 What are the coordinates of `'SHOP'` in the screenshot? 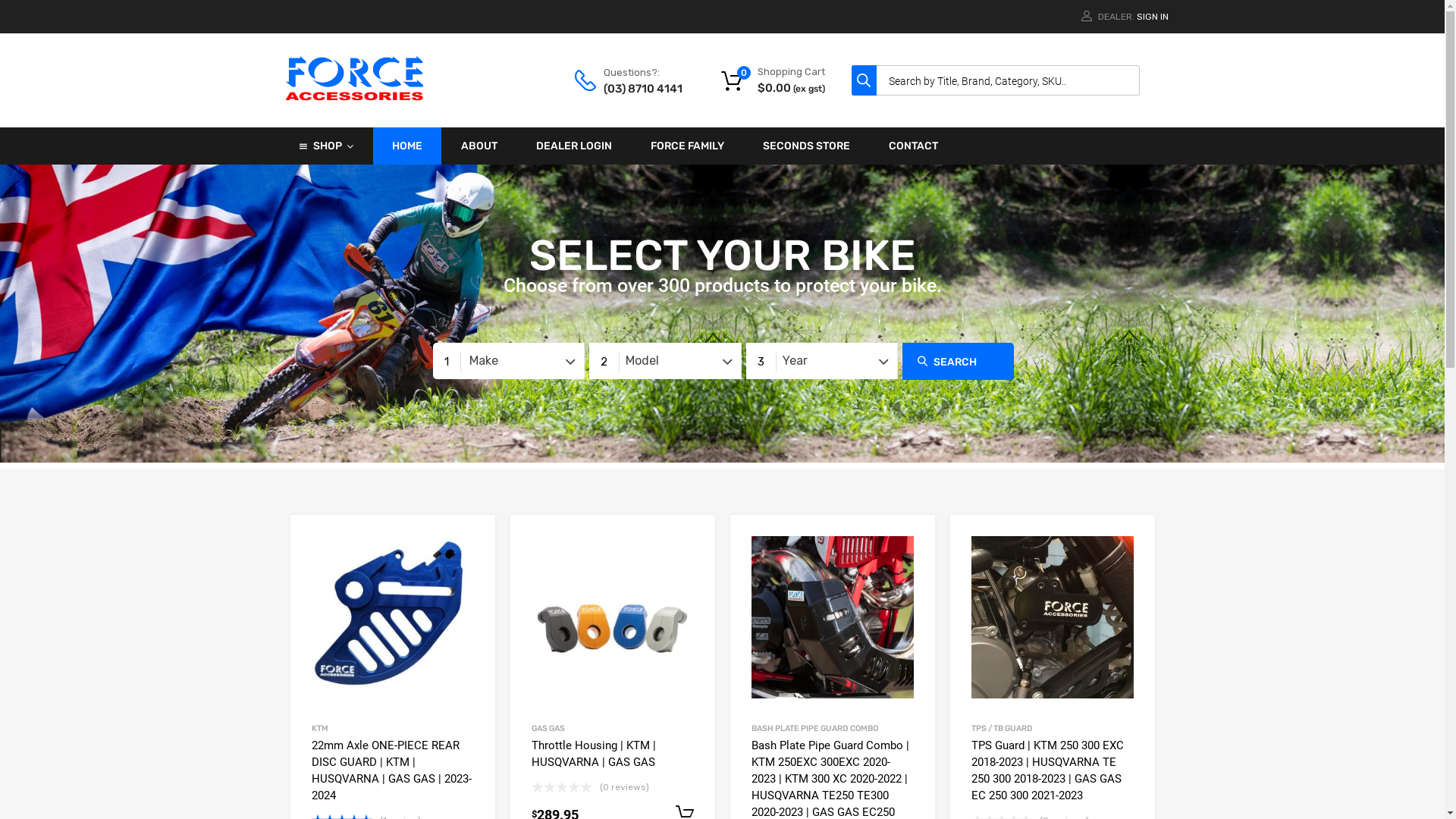 It's located at (325, 146).